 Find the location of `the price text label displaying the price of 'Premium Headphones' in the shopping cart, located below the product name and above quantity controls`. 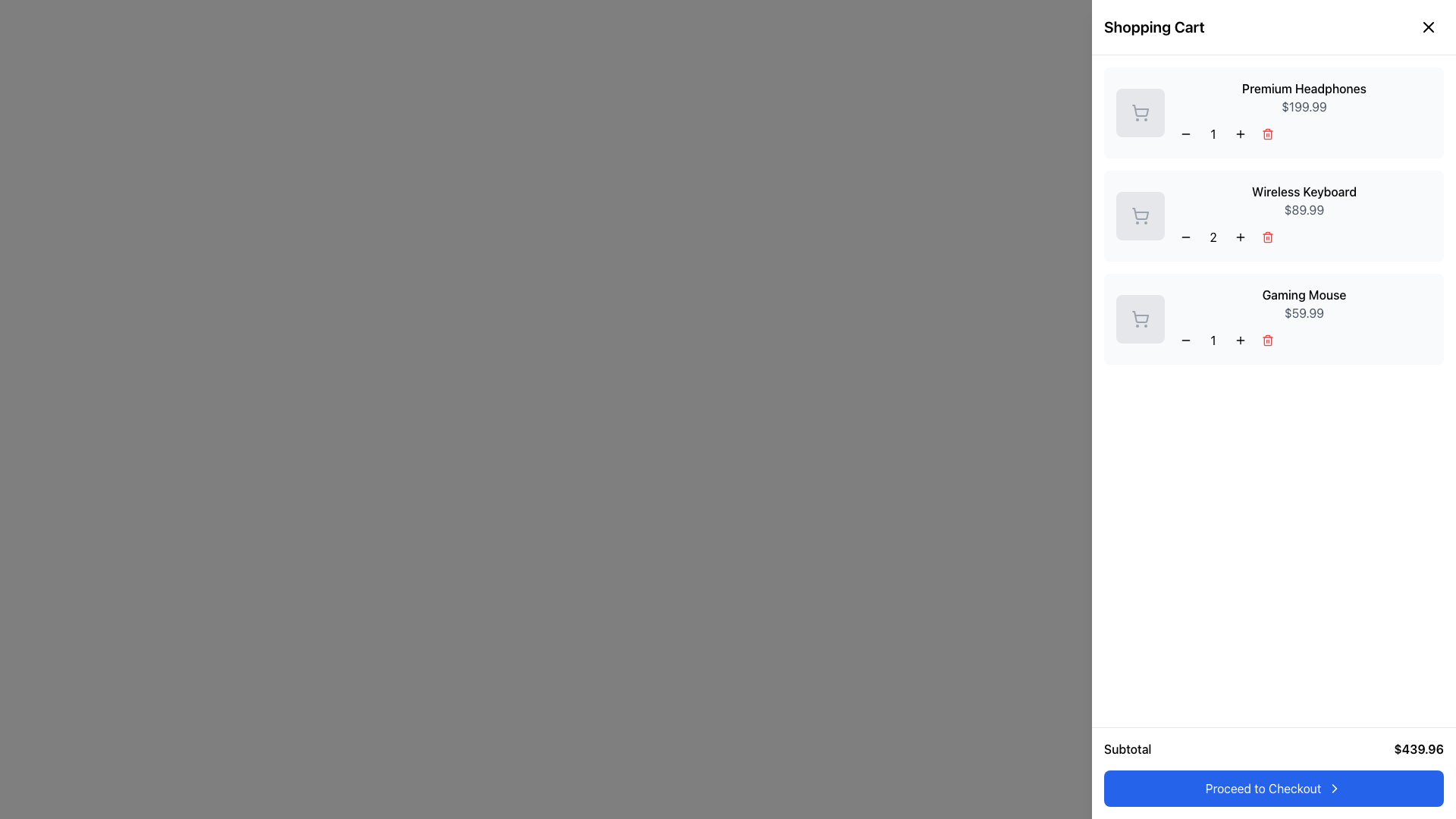

the price text label displaying the price of 'Premium Headphones' in the shopping cart, located below the product name and above quantity controls is located at coordinates (1303, 106).